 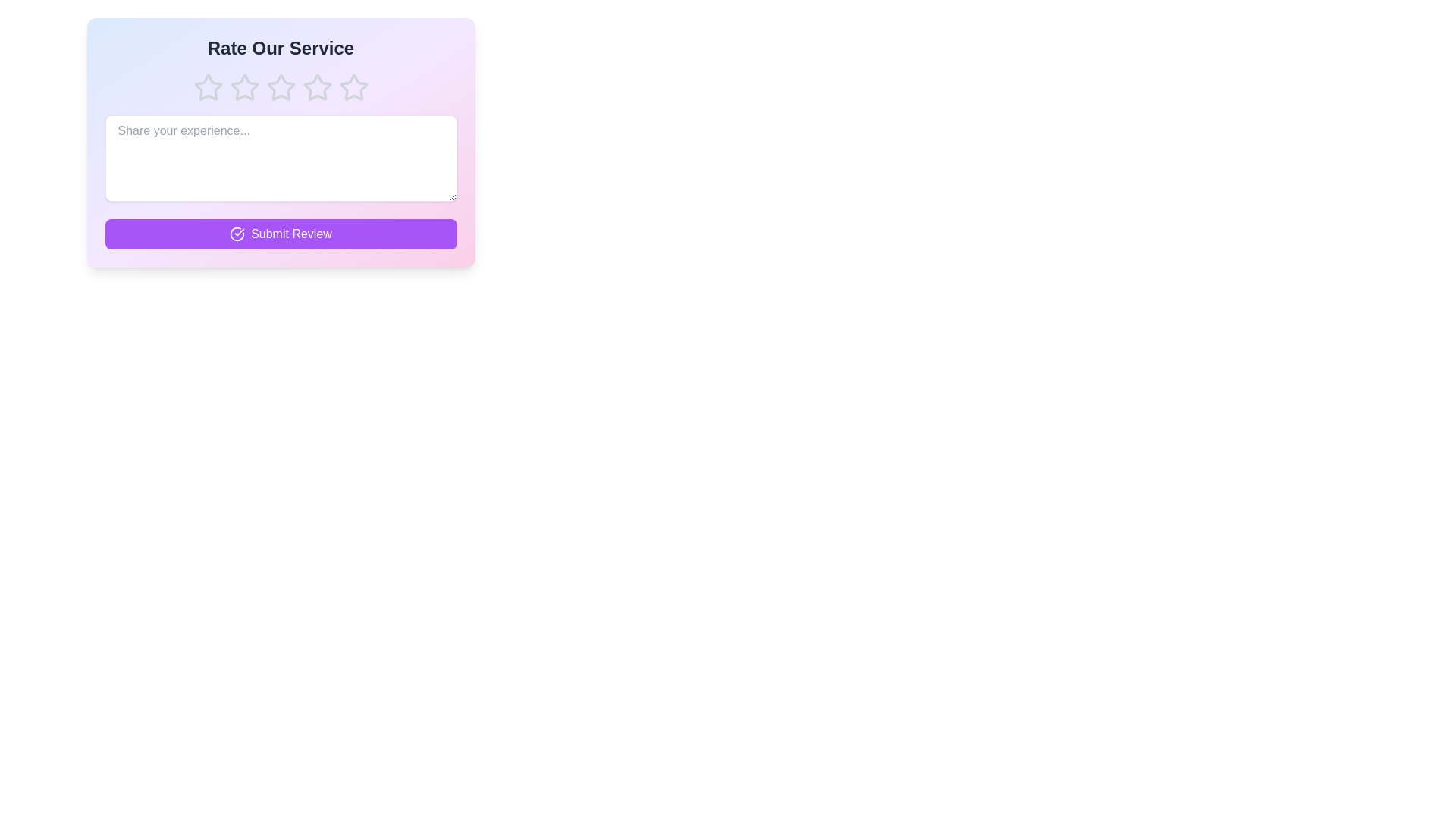 What do you see at coordinates (281, 87) in the screenshot?
I see `the star corresponding to 3 to preview the rating` at bounding box center [281, 87].